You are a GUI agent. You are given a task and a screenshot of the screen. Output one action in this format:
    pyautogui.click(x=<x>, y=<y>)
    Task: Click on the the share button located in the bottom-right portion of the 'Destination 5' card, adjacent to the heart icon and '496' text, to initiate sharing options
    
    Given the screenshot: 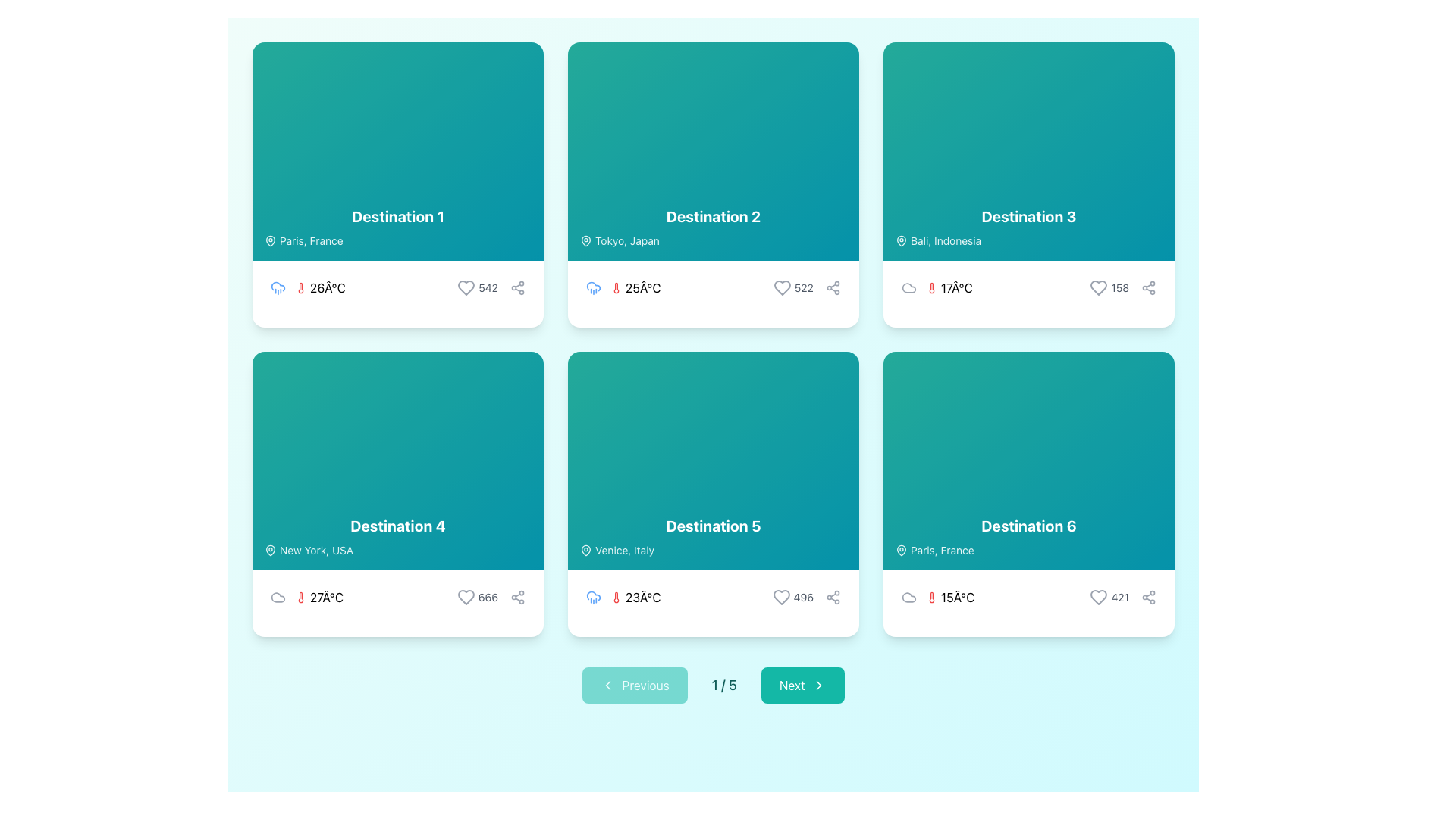 What is the action you would take?
    pyautogui.click(x=833, y=596)
    